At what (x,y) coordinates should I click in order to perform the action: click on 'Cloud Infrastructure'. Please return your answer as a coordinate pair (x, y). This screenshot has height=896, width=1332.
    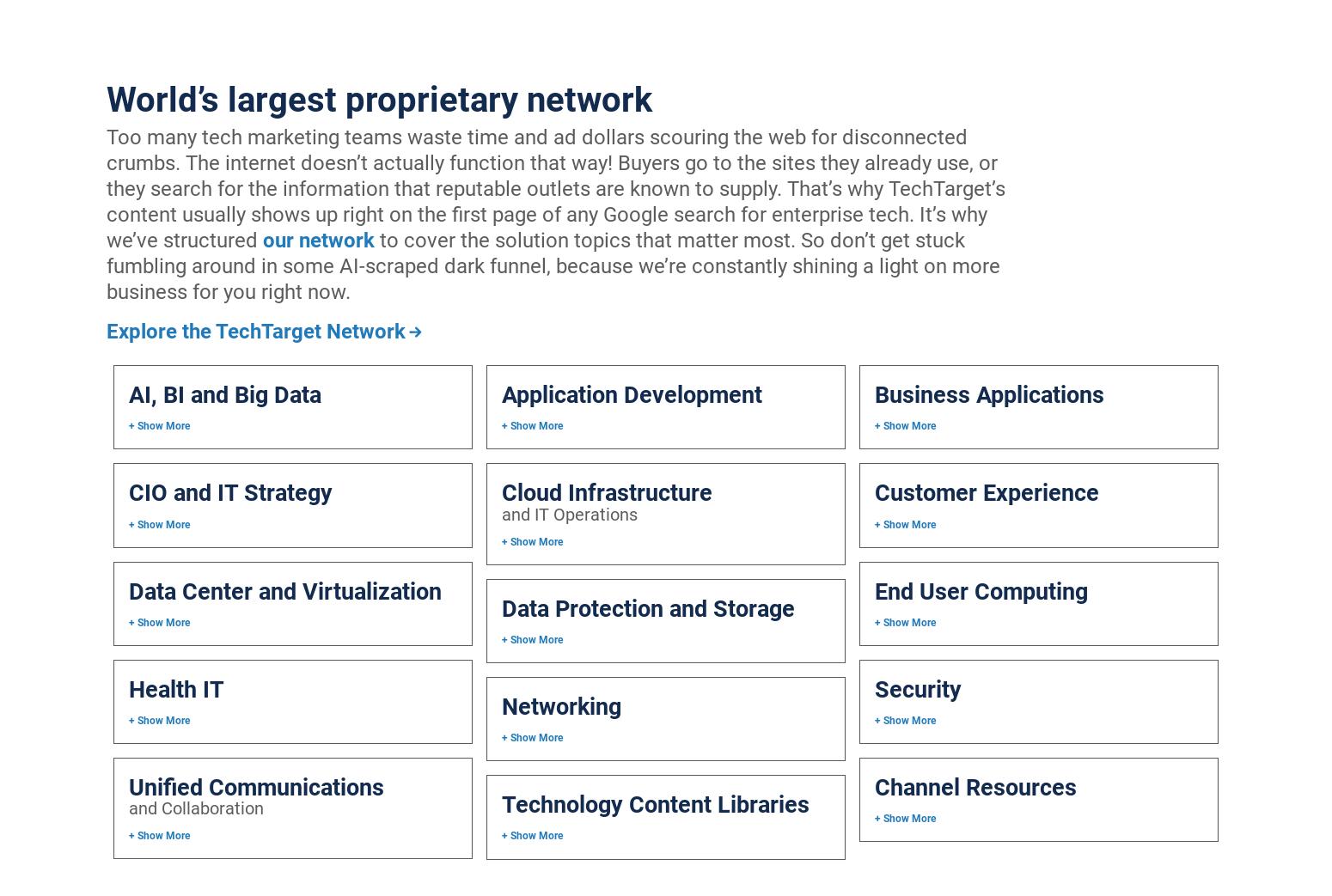
    Looking at the image, I should click on (606, 492).